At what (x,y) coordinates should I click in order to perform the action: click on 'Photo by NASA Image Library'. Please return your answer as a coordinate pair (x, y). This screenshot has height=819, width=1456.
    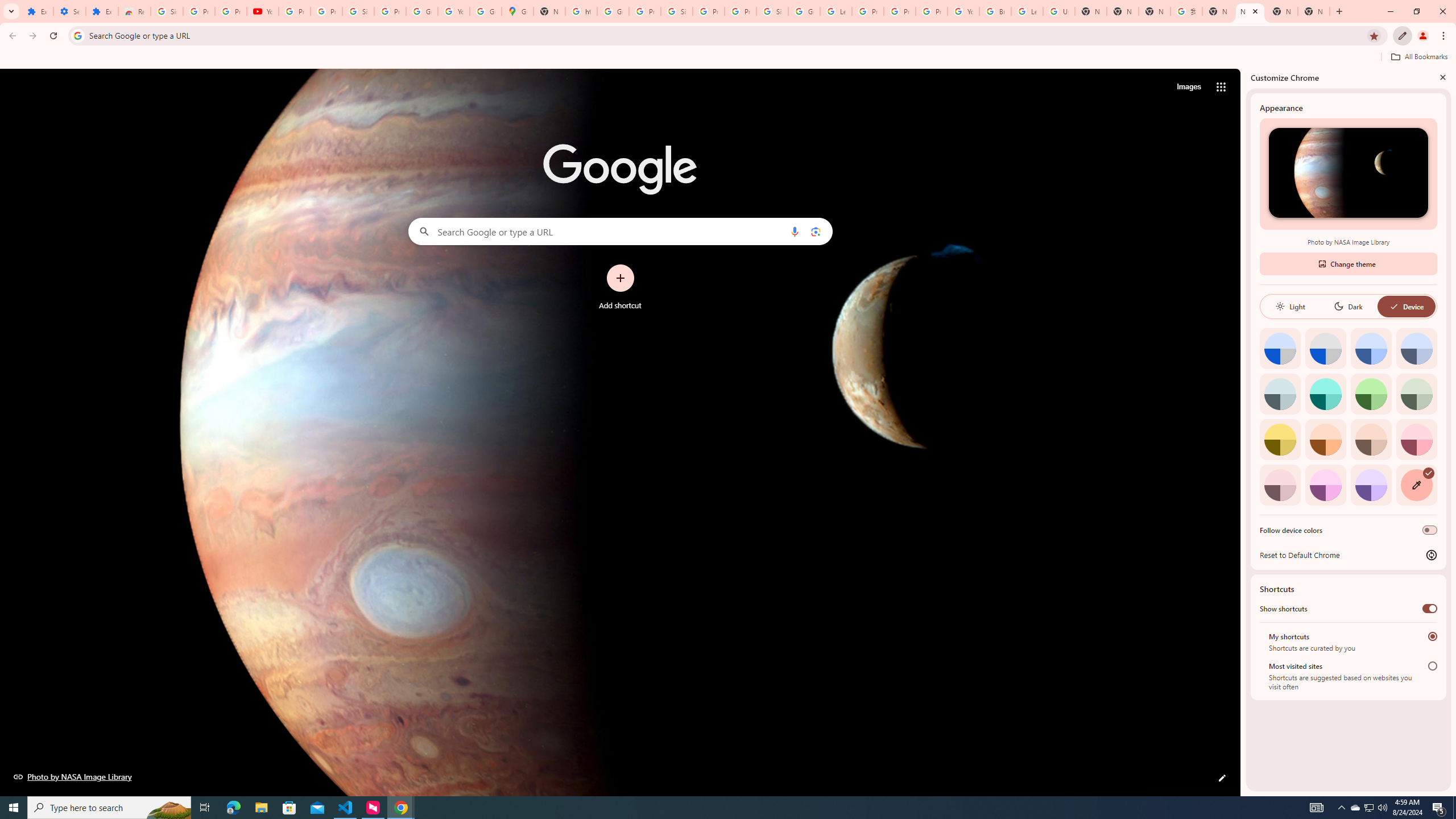
    Looking at the image, I should click on (1347, 172).